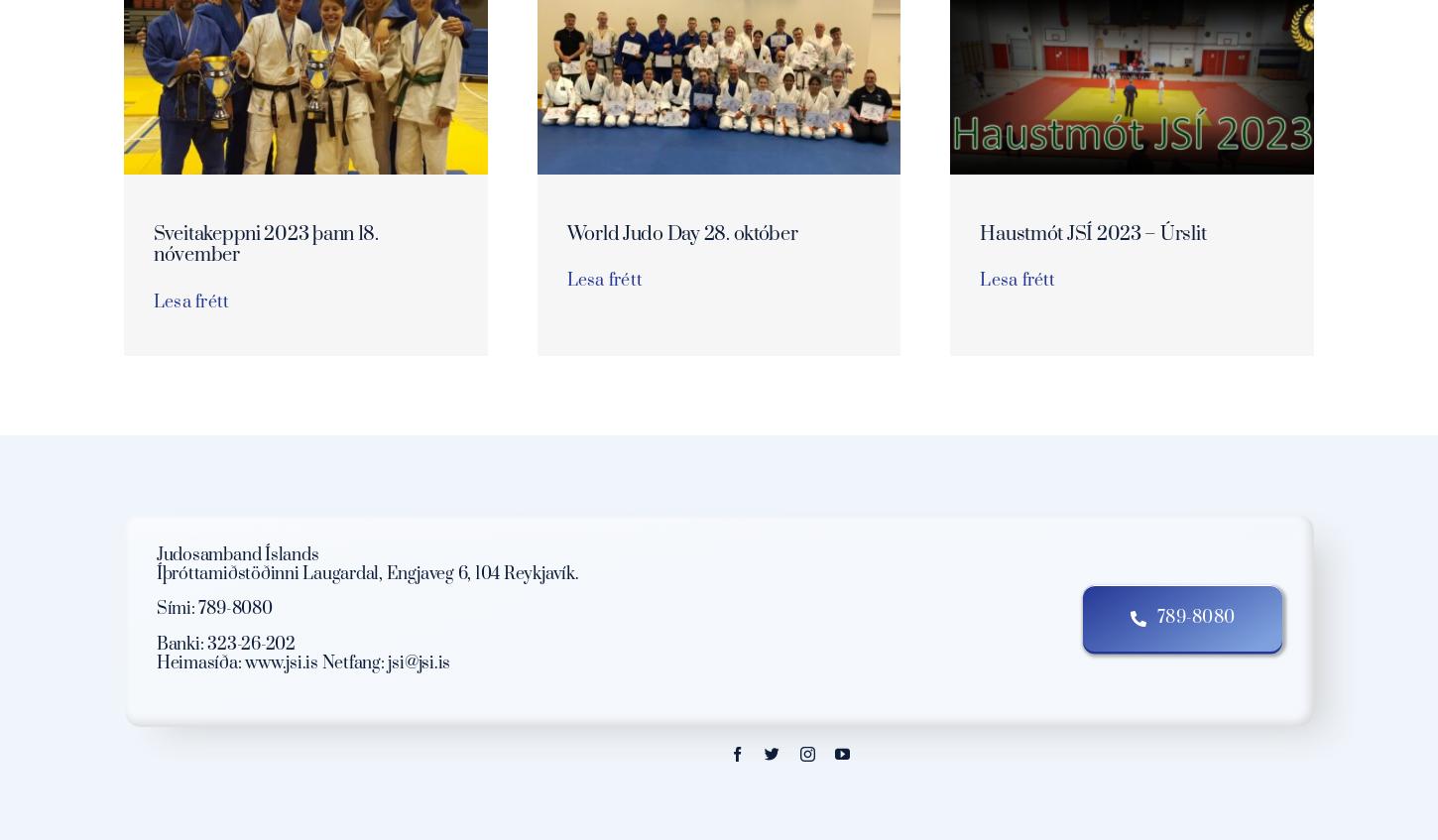  I want to click on 'Haustmót JSÍ 2023 – Úrslit', so click(1092, 233).